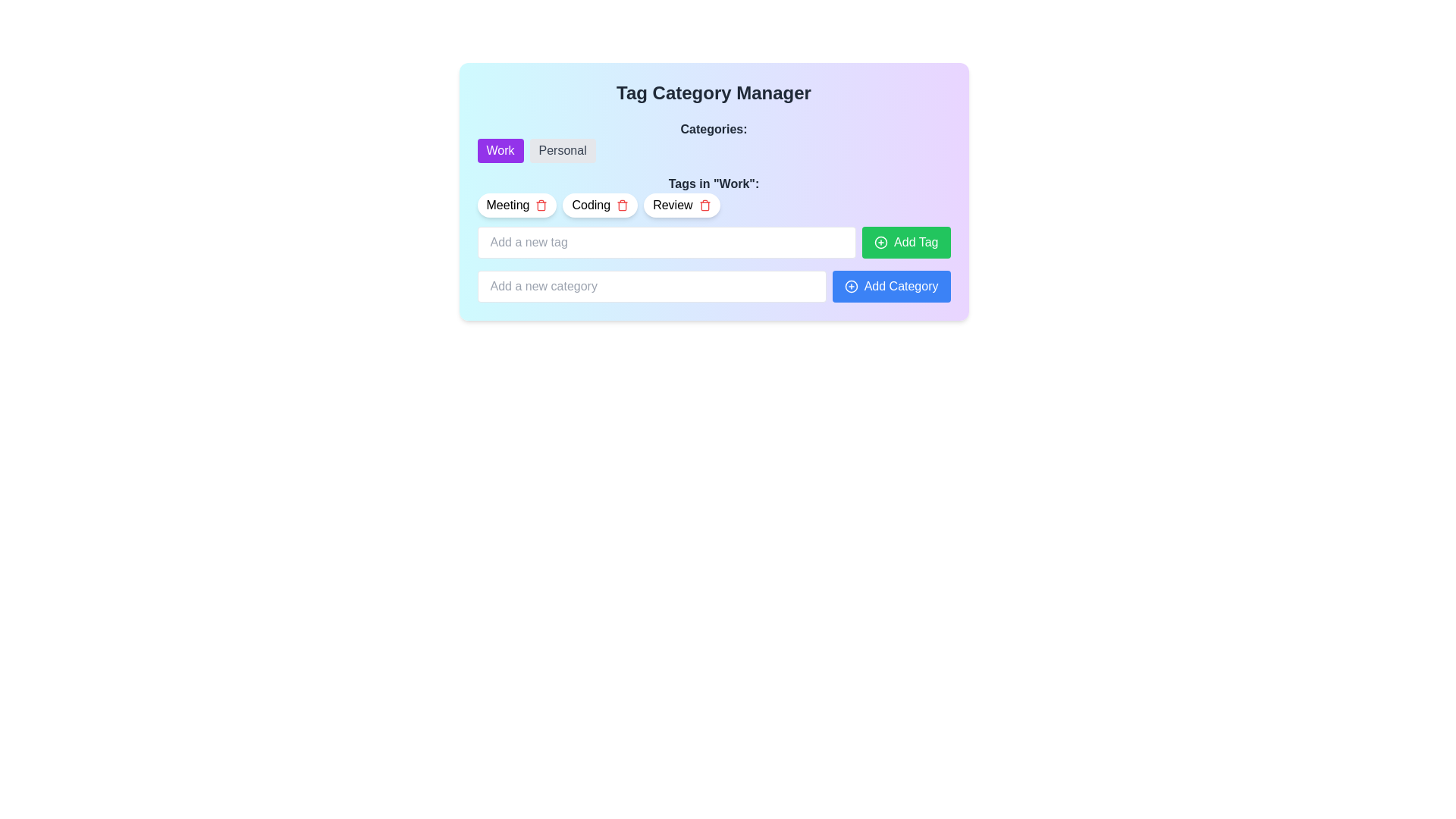  I want to click on the 'Work' button, which is a rectangular button with rounded corners and white text on a purple background, so click(500, 151).